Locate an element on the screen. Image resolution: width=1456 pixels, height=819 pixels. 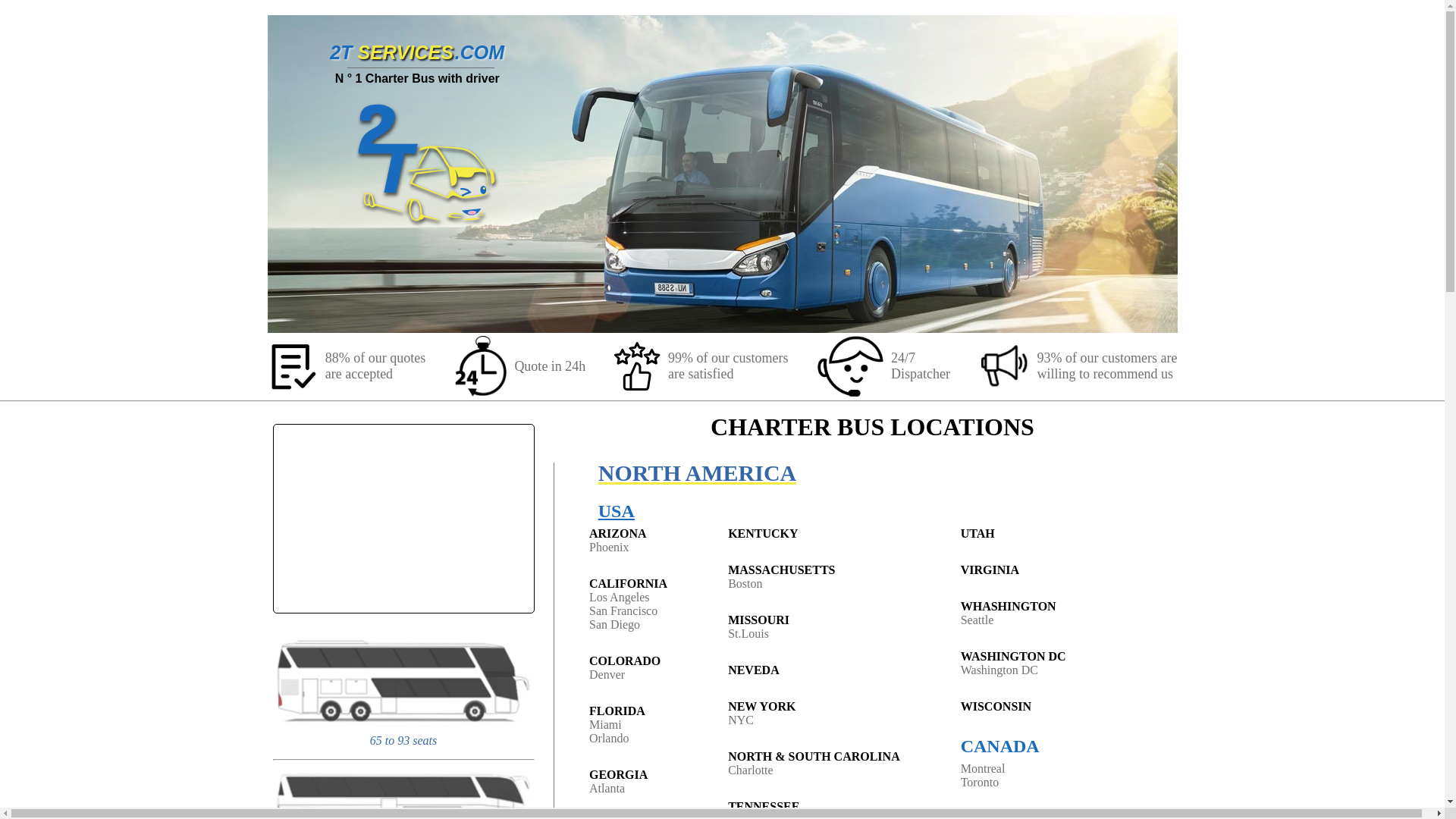
'MASSACHUSETTS' is located at coordinates (781, 570).